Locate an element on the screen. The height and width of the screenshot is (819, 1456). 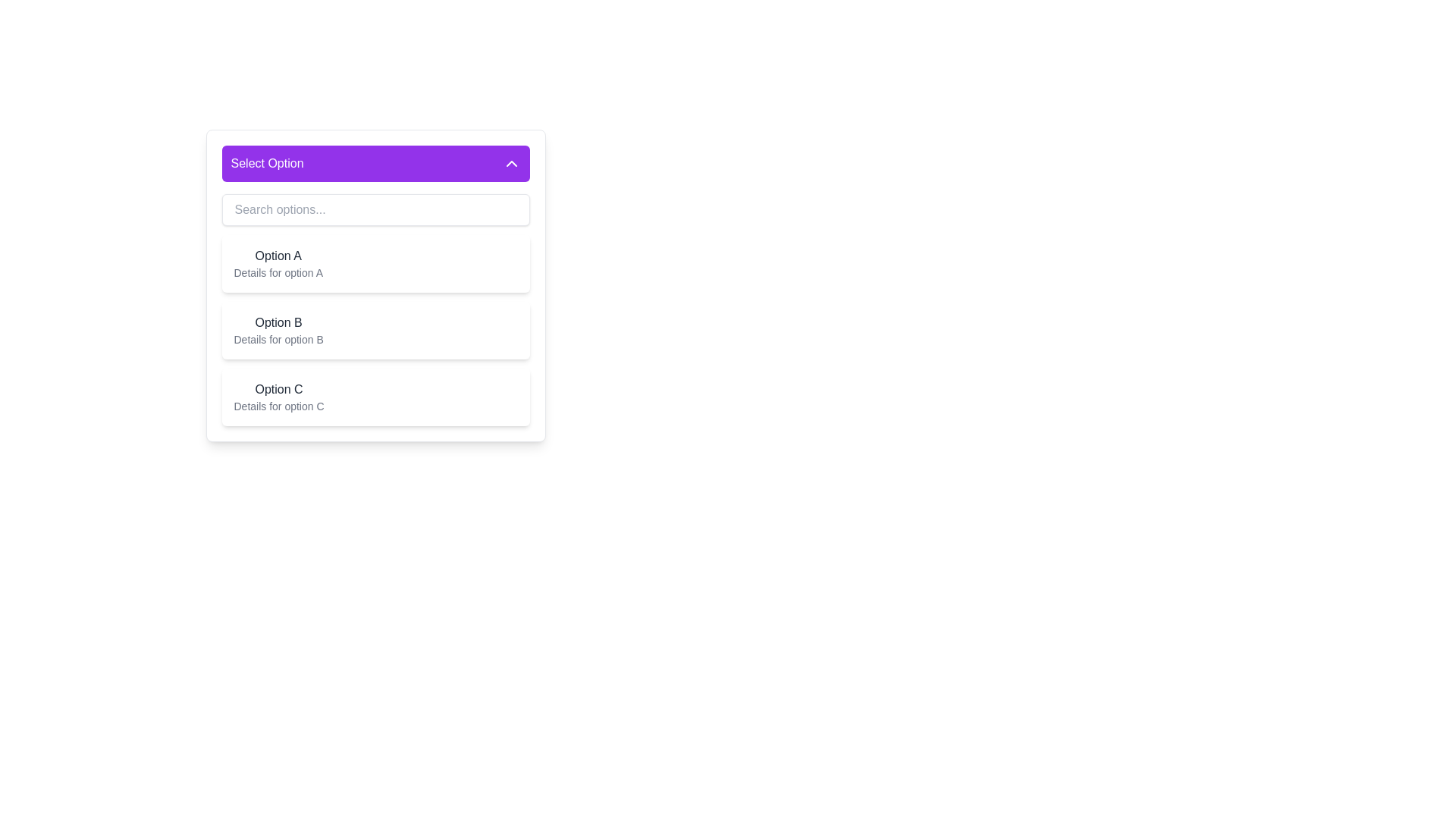
the static text label that provides additional information about 'Option C', positioned directly below the sibling text 'Option C' is located at coordinates (279, 406).